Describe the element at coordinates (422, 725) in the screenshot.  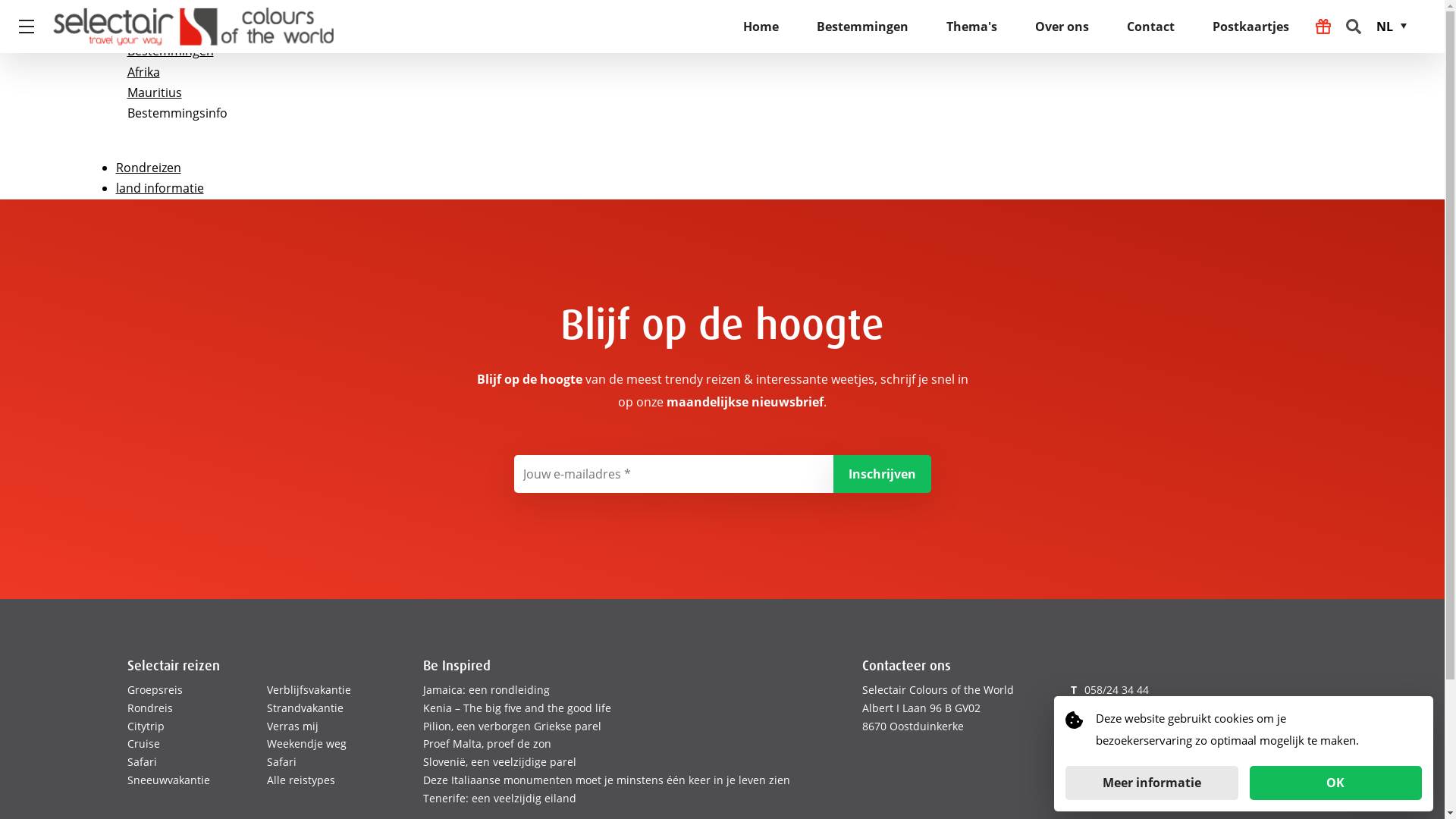
I see `'Pilion, een verborgen Griekse parel'` at that location.